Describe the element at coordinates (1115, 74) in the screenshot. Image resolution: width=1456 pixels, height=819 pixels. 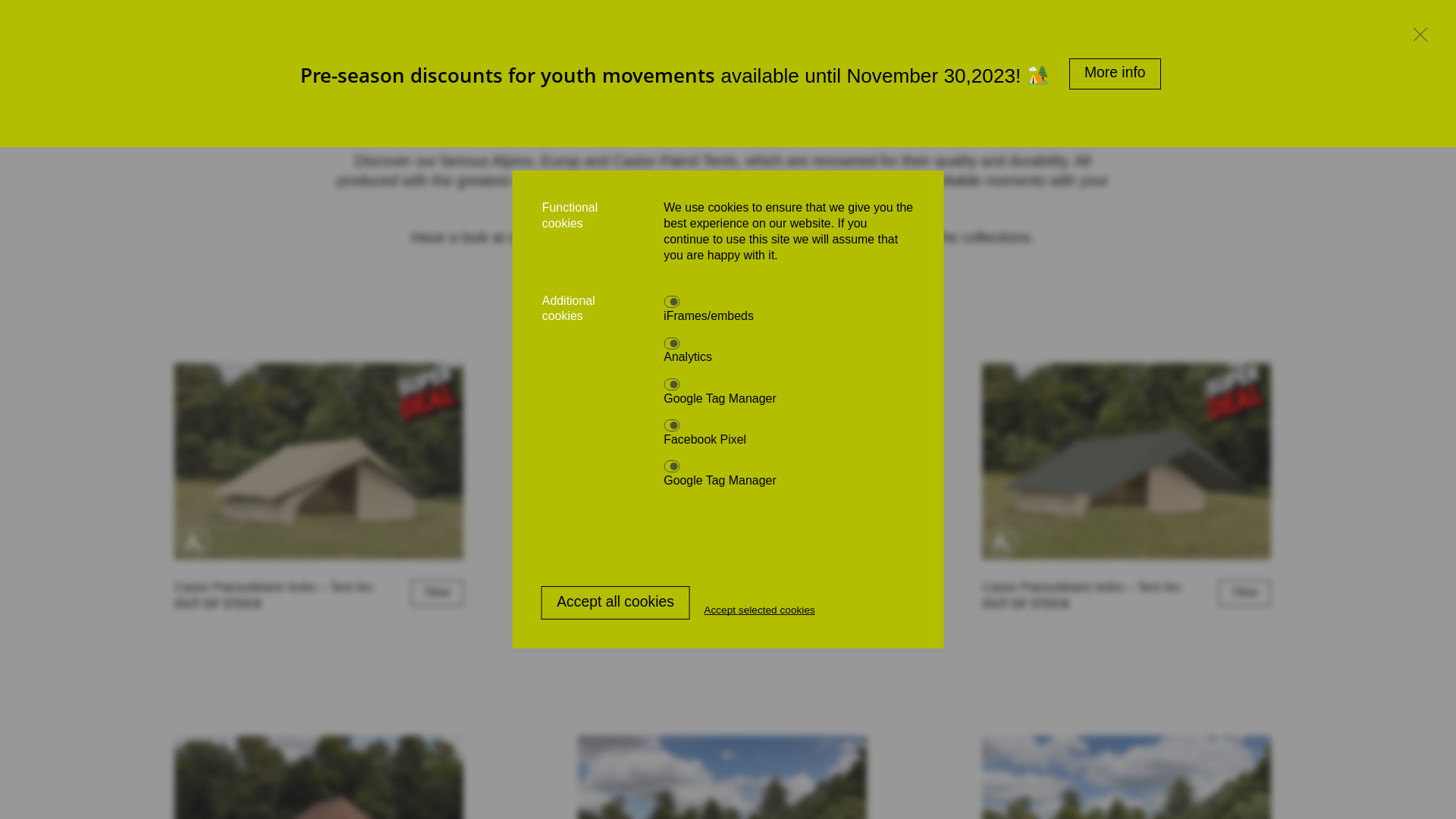
I see `'More info'` at that location.